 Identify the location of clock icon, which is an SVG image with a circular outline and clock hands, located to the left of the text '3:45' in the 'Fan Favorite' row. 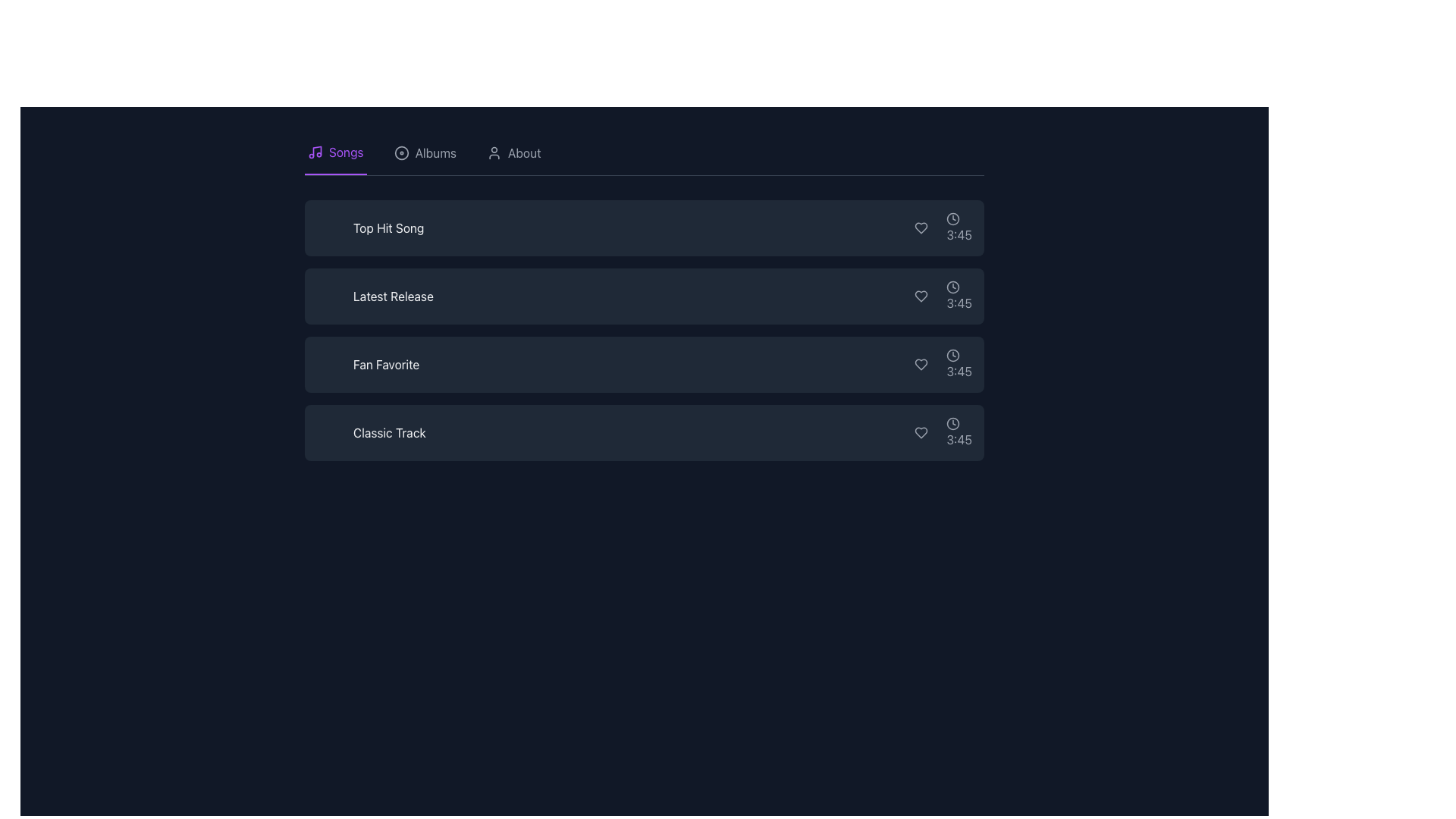
(952, 356).